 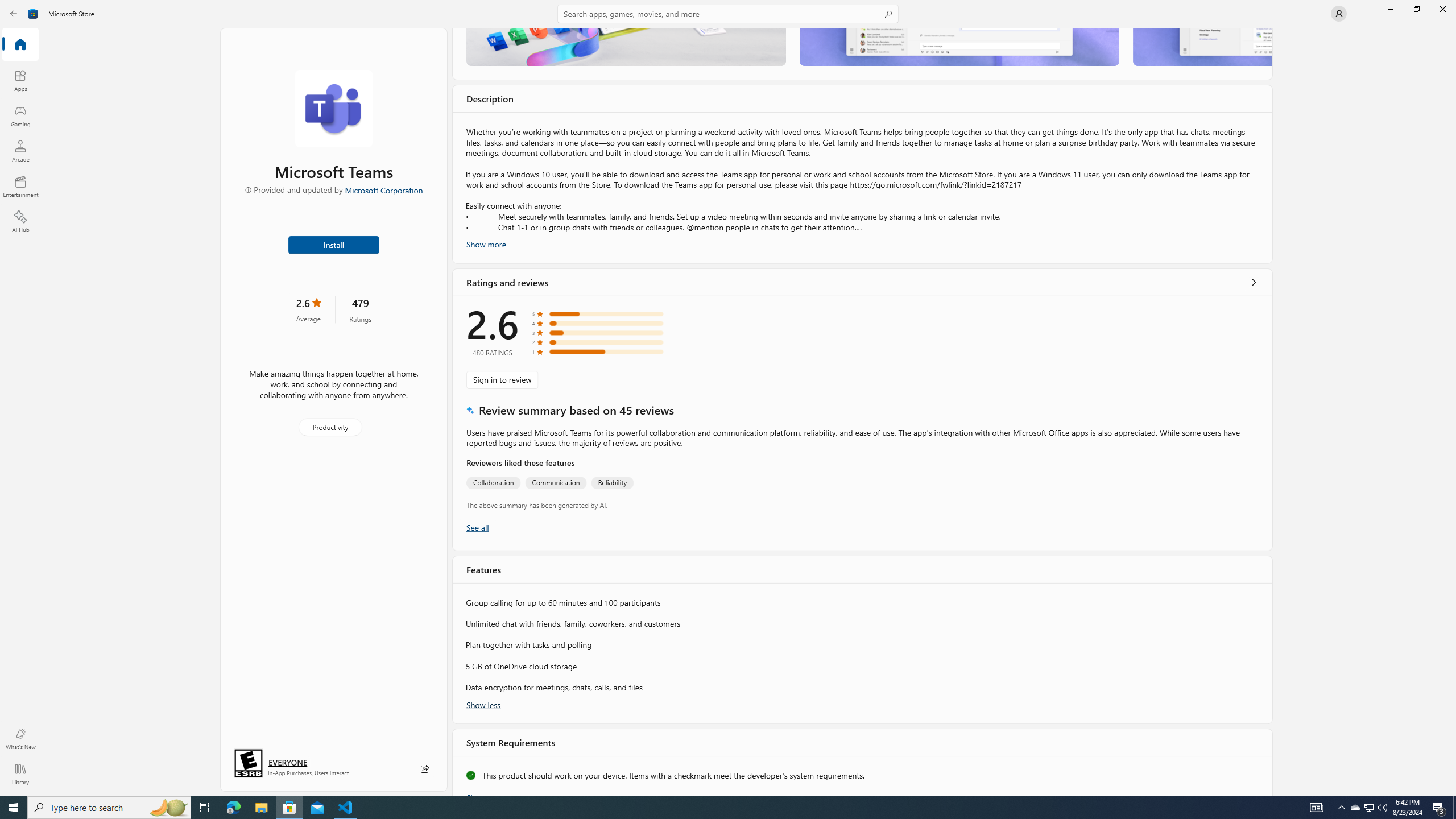 I want to click on 'Show less', so click(x=482, y=704).